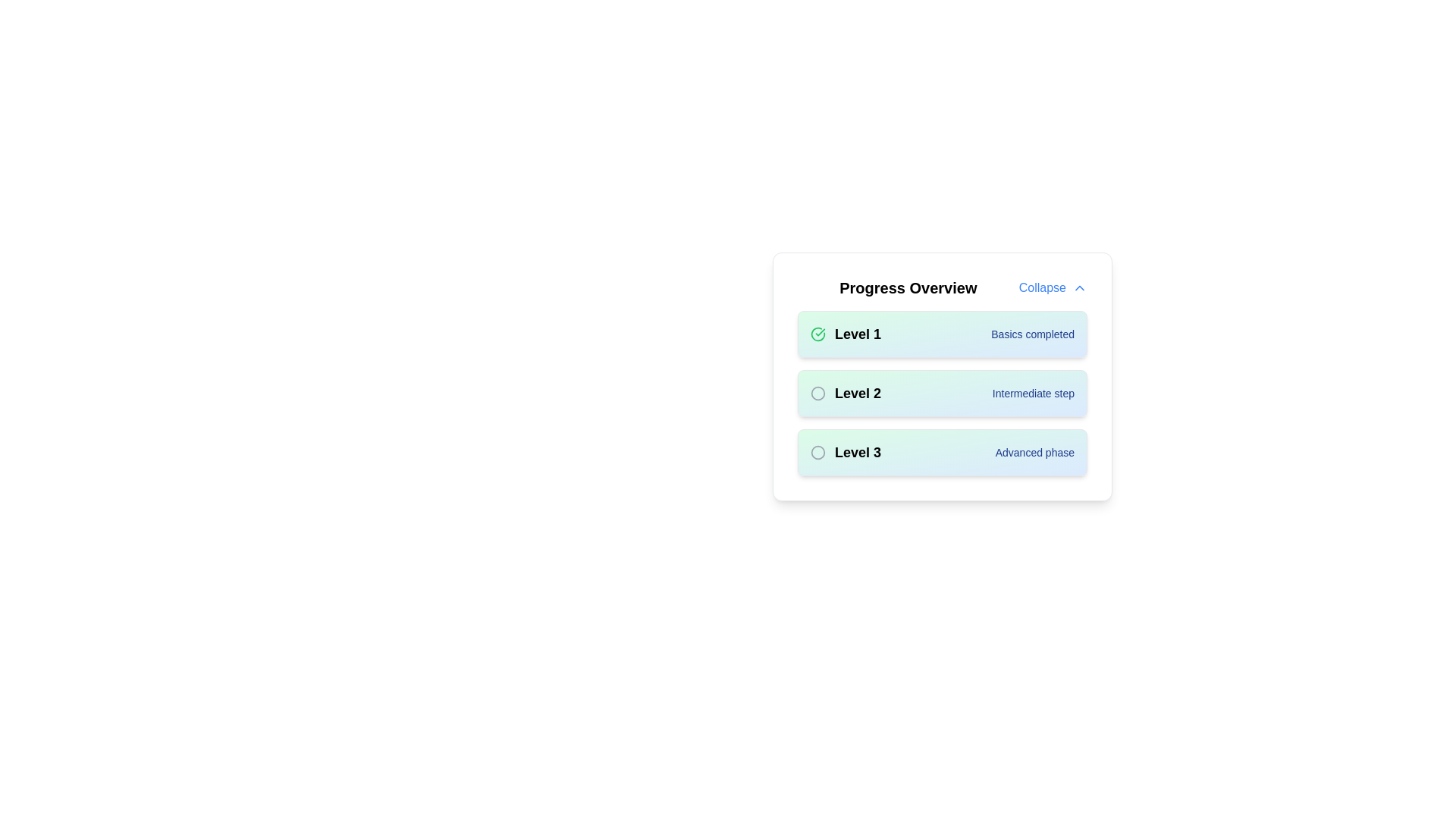 The image size is (1456, 819). I want to click on the Progress level item titled 'Level 2' with the description 'Intermediate step', so click(942, 393).